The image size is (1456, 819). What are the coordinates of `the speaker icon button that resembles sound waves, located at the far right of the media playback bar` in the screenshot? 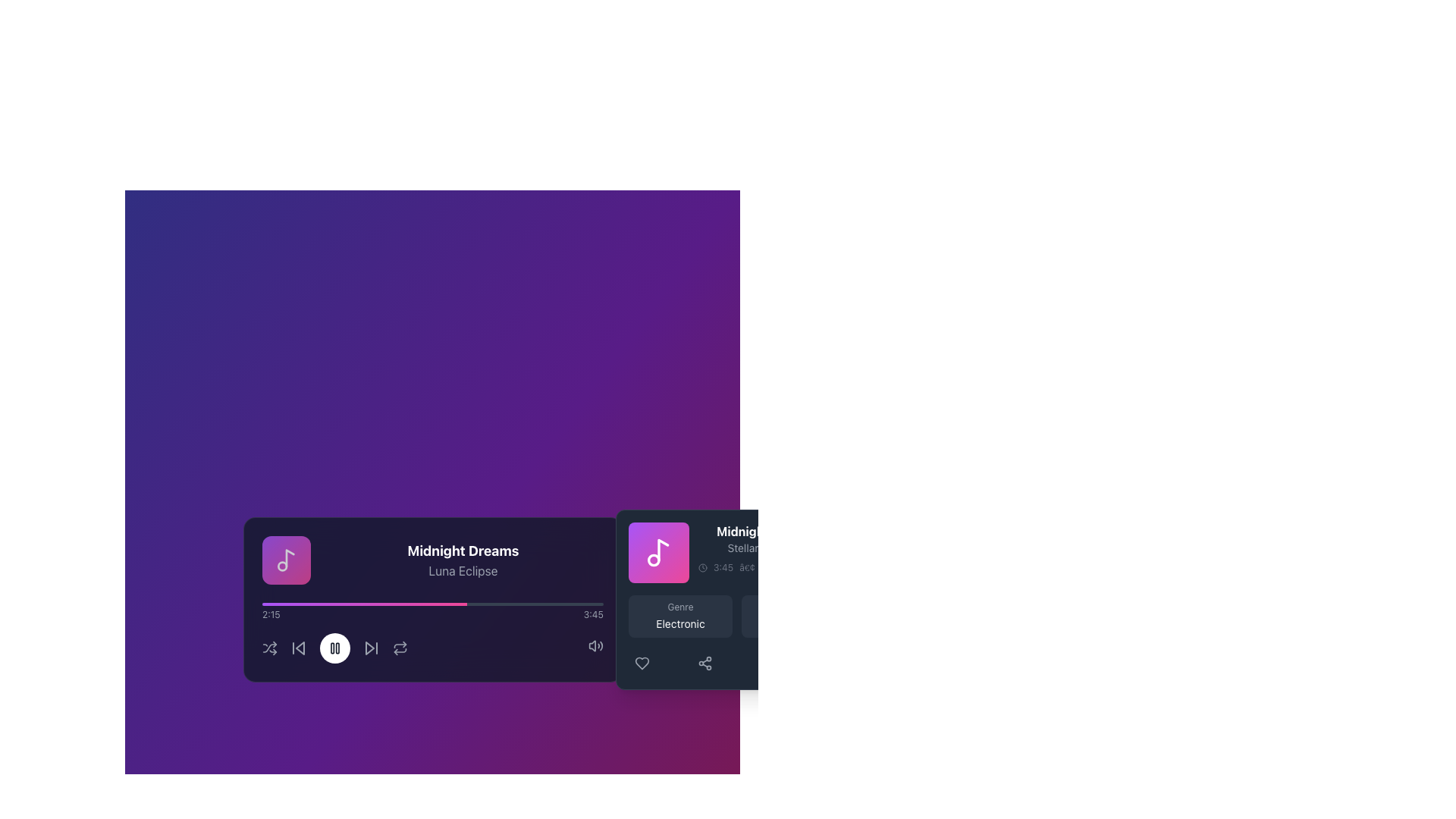 It's located at (595, 648).